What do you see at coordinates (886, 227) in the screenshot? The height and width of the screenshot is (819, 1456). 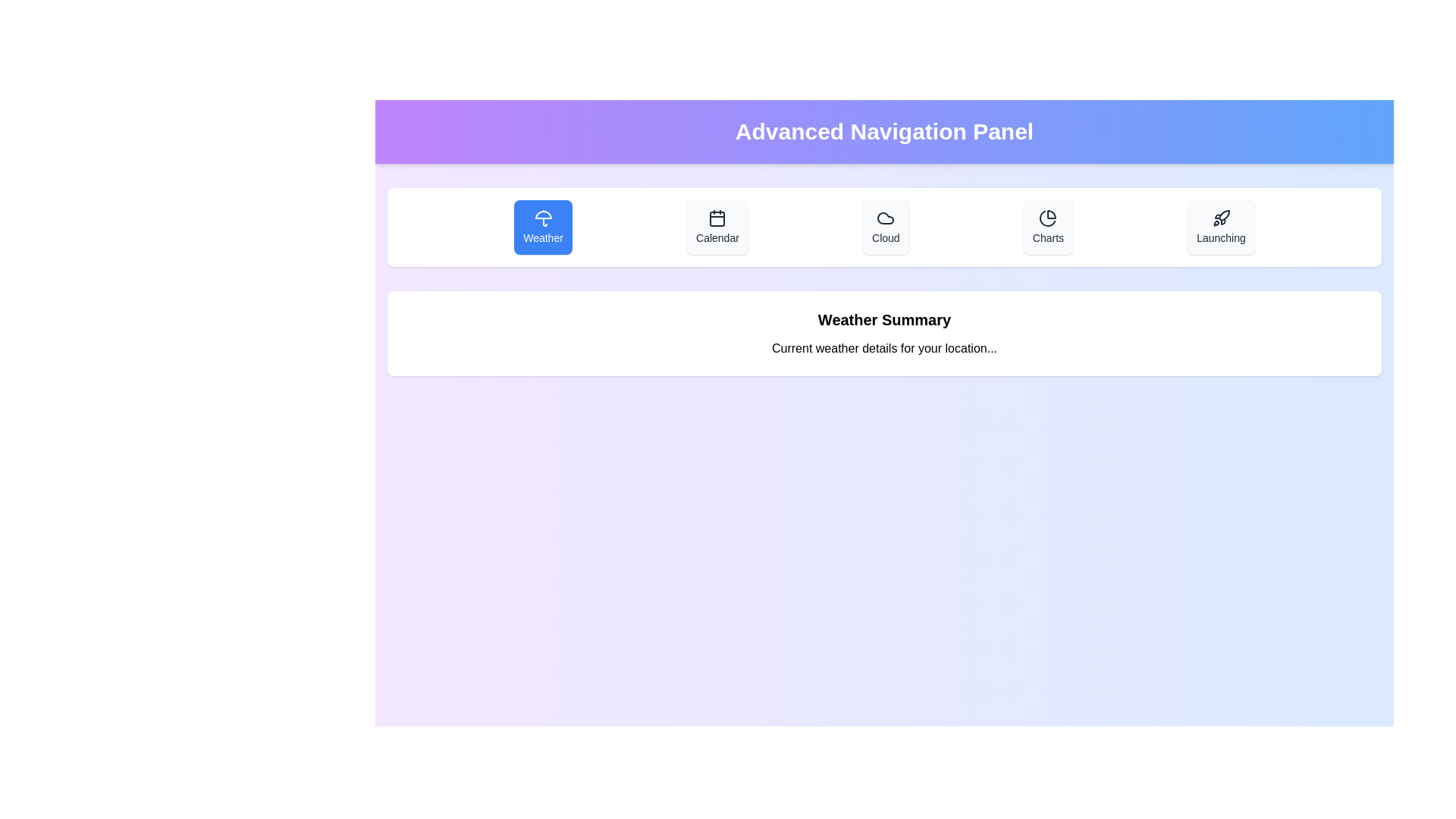 I see `the button-like card with icon and label` at bounding box center [886, 227].